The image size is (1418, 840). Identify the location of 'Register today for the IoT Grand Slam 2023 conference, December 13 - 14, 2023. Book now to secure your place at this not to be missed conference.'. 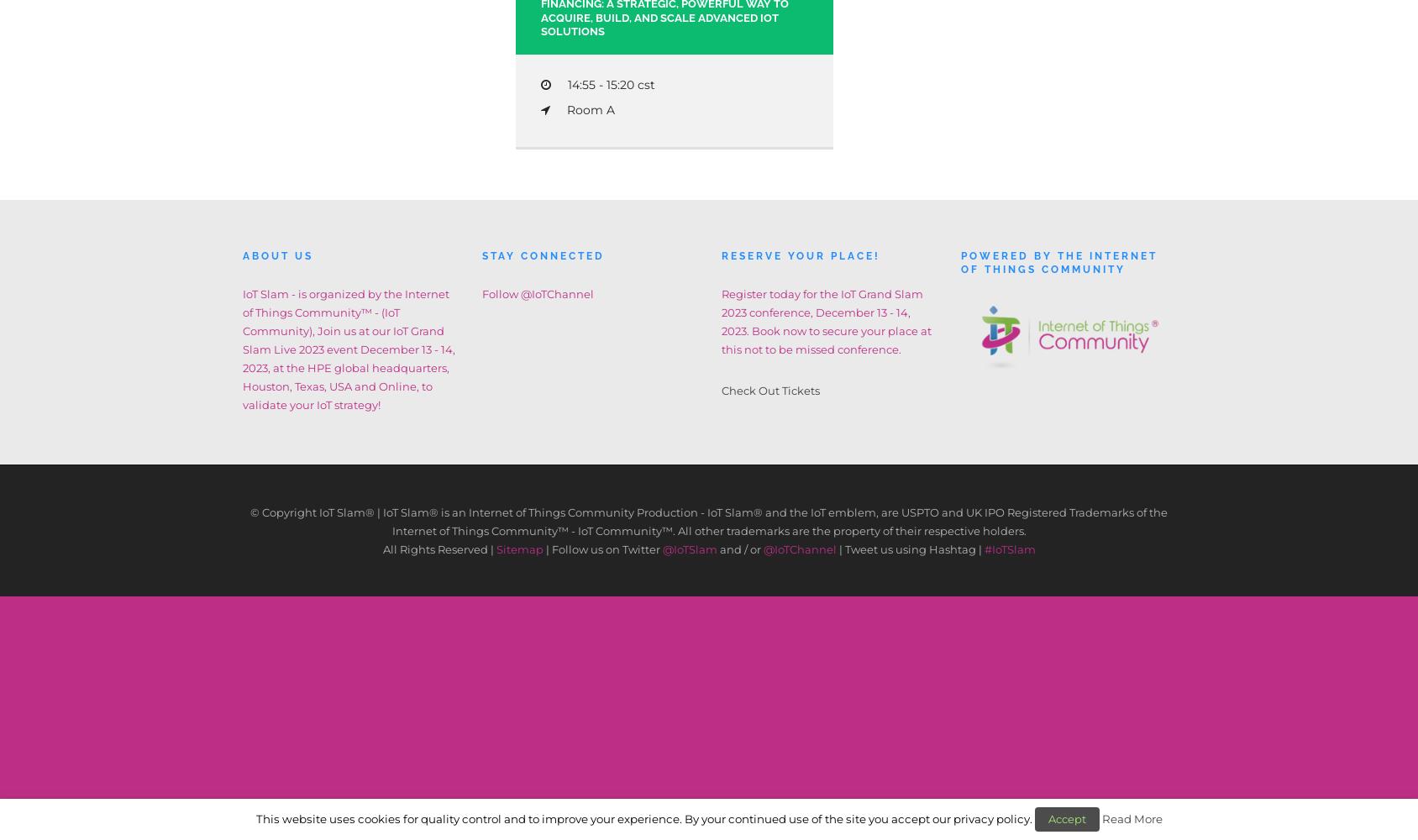
(826, 321).